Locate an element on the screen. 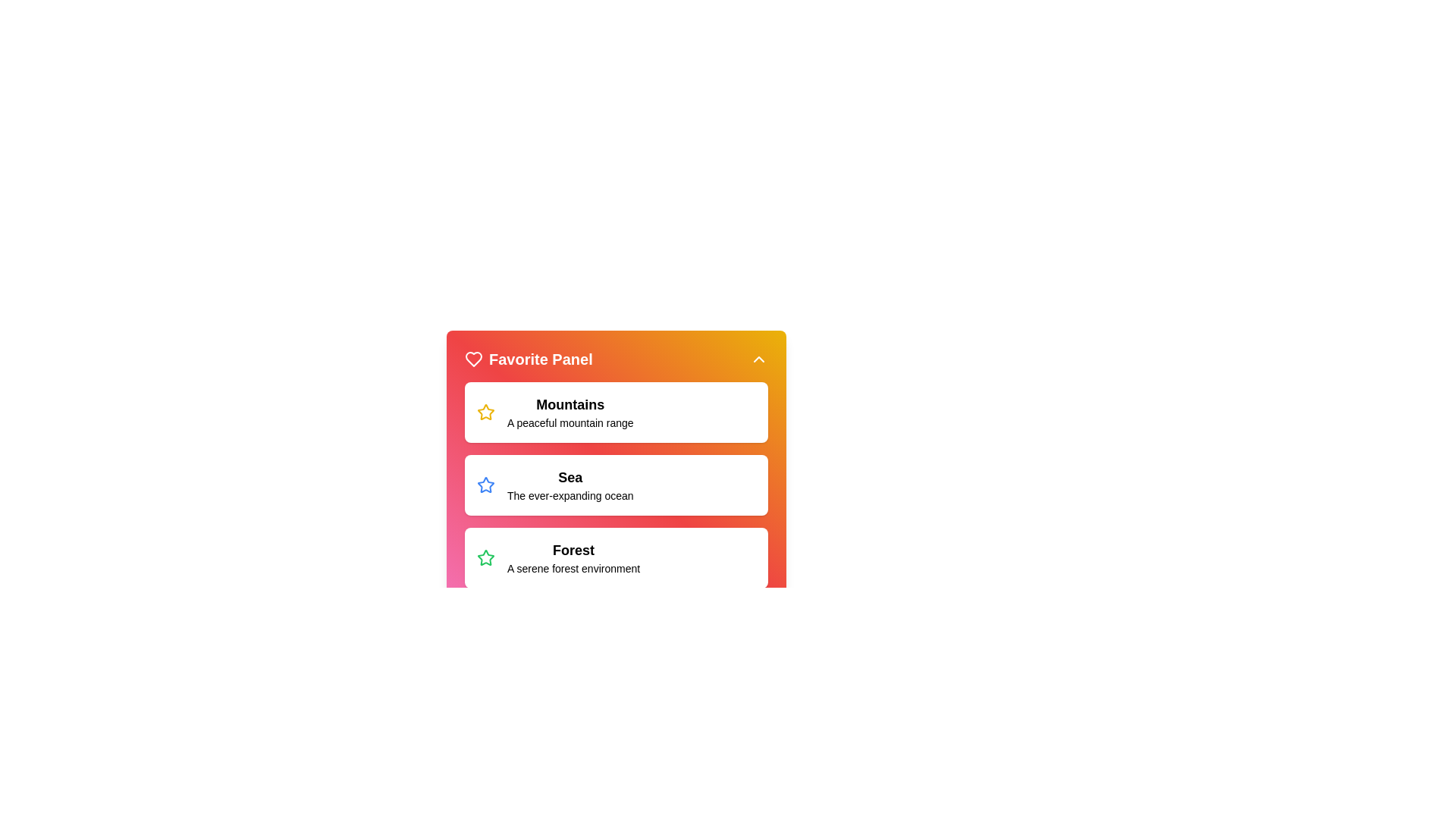 The image size is (1456, 819). the toggle button for the Favorite Panel located in the upper-right corner is located at coordinates (759, 359).